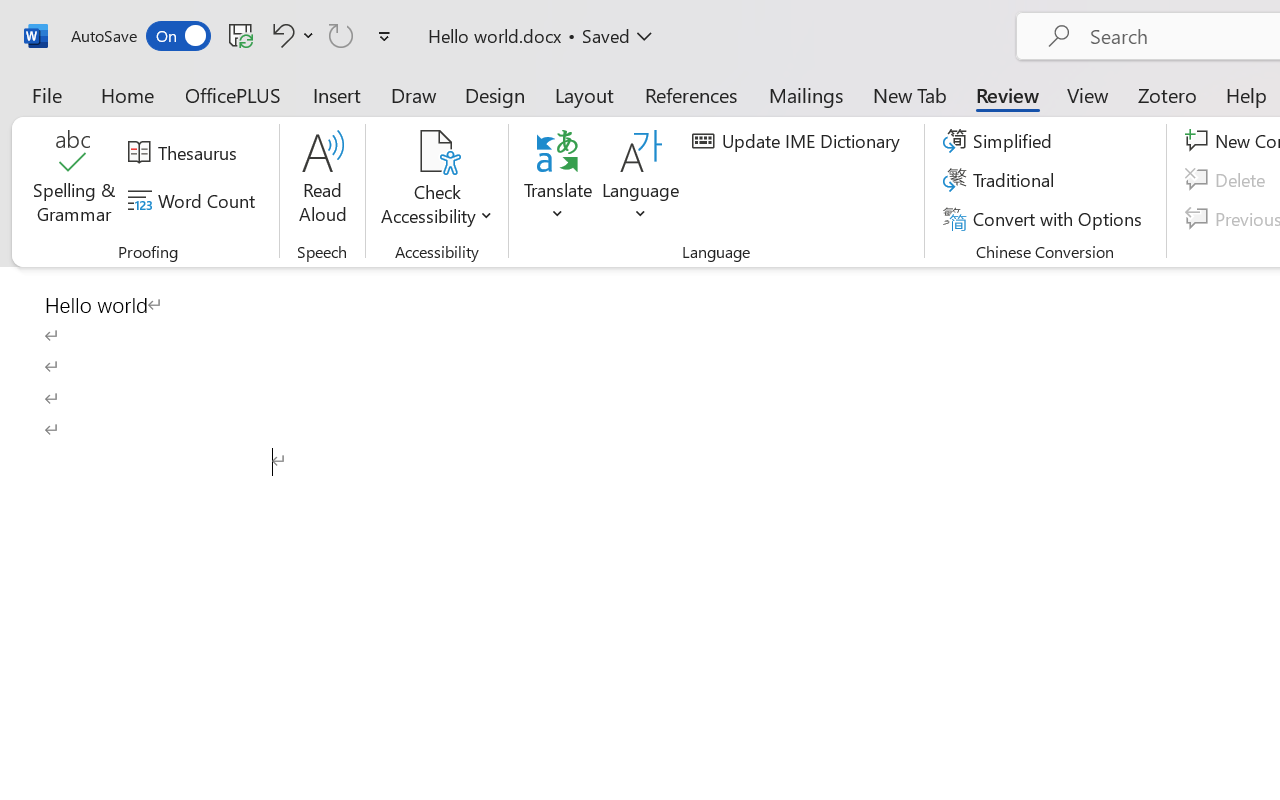  What do you see at coordinates (495, 94) in the screenshot?
I see `'Design'` at bounding box center [495, 94].